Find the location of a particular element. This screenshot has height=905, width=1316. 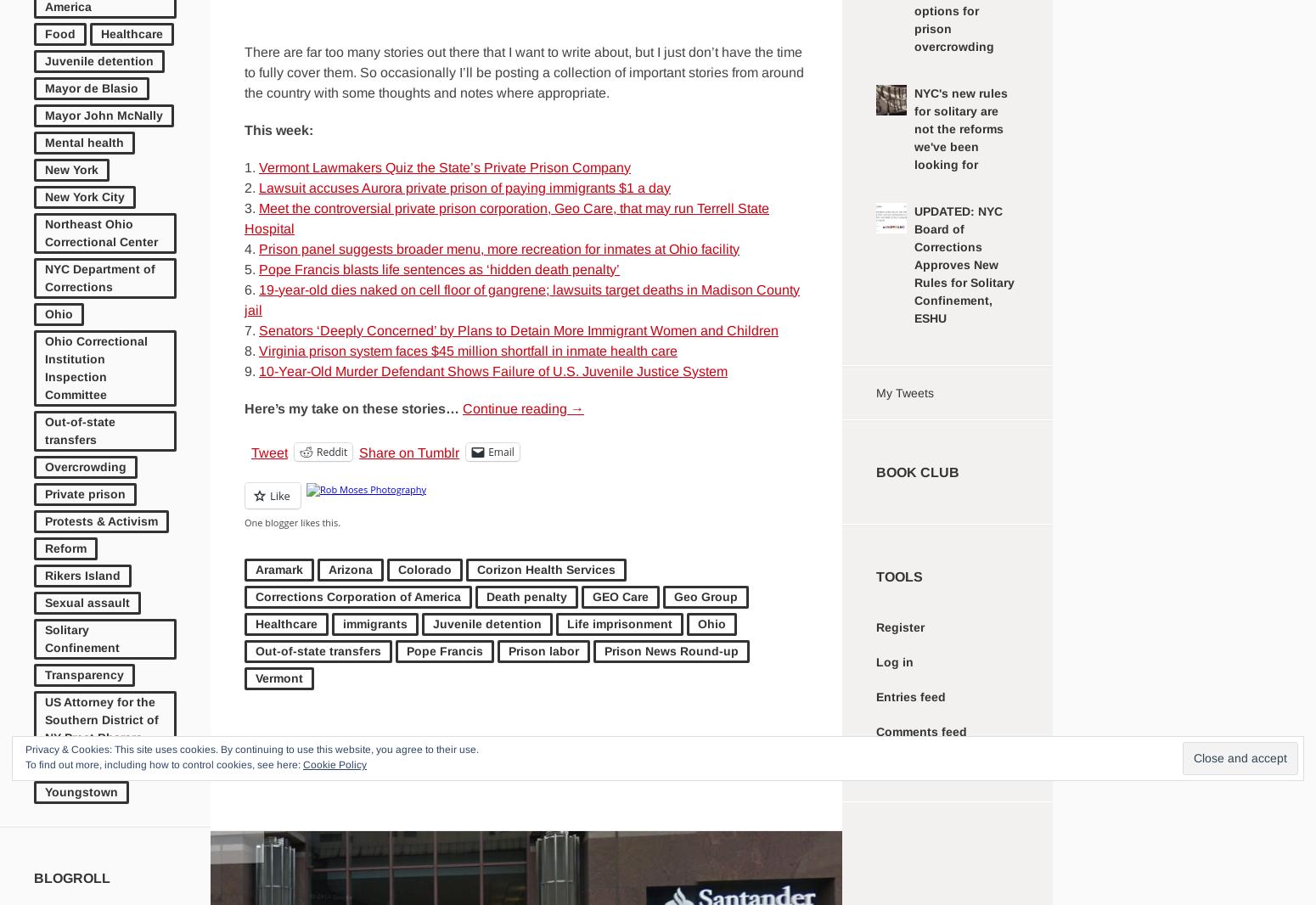

'3.' is located at coordinates (244, 206).